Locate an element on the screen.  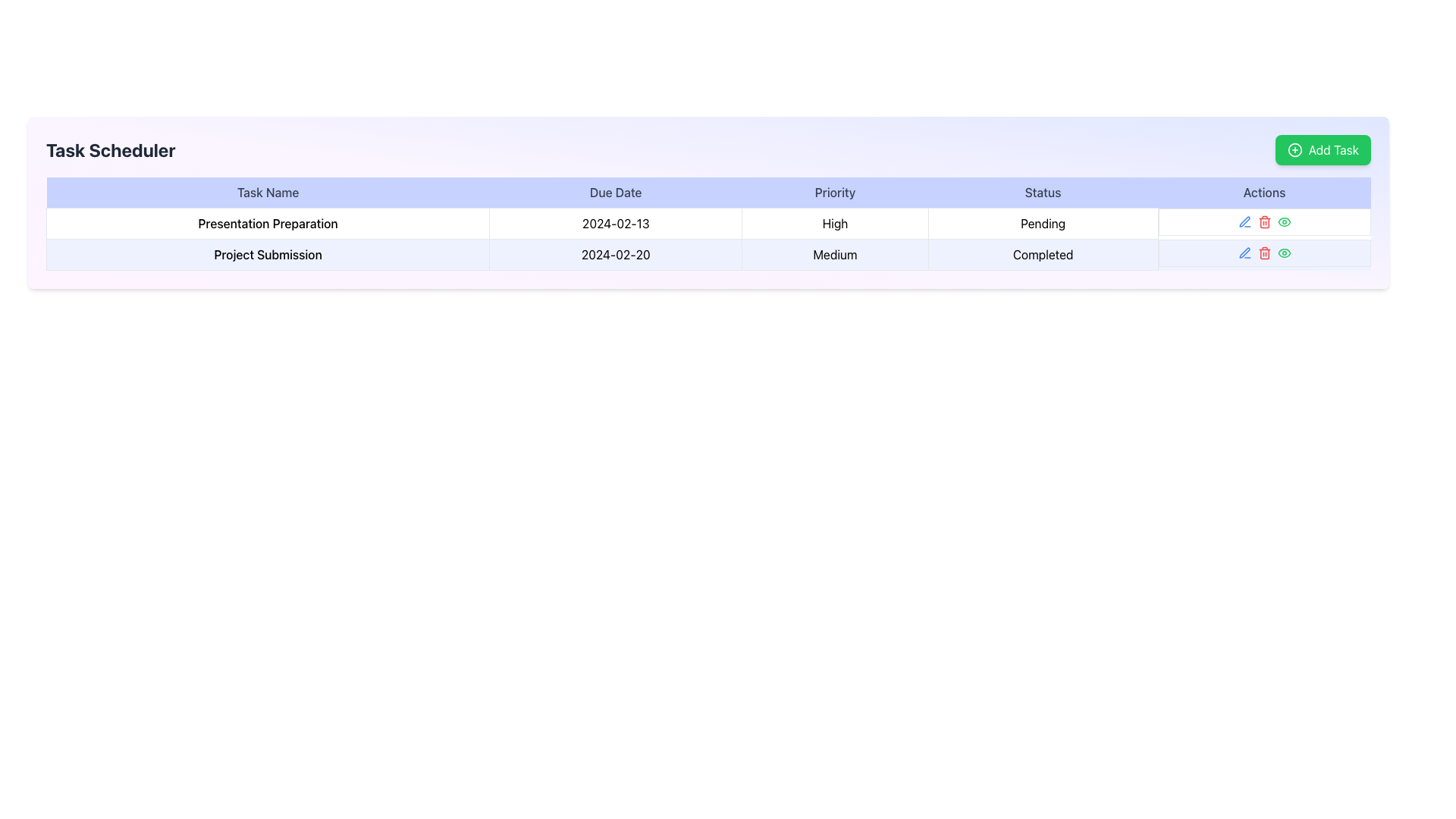
the static text label displaying the date '2024-02-13' in the 'Due Date' column of the table is located at coordinates (616, 223).